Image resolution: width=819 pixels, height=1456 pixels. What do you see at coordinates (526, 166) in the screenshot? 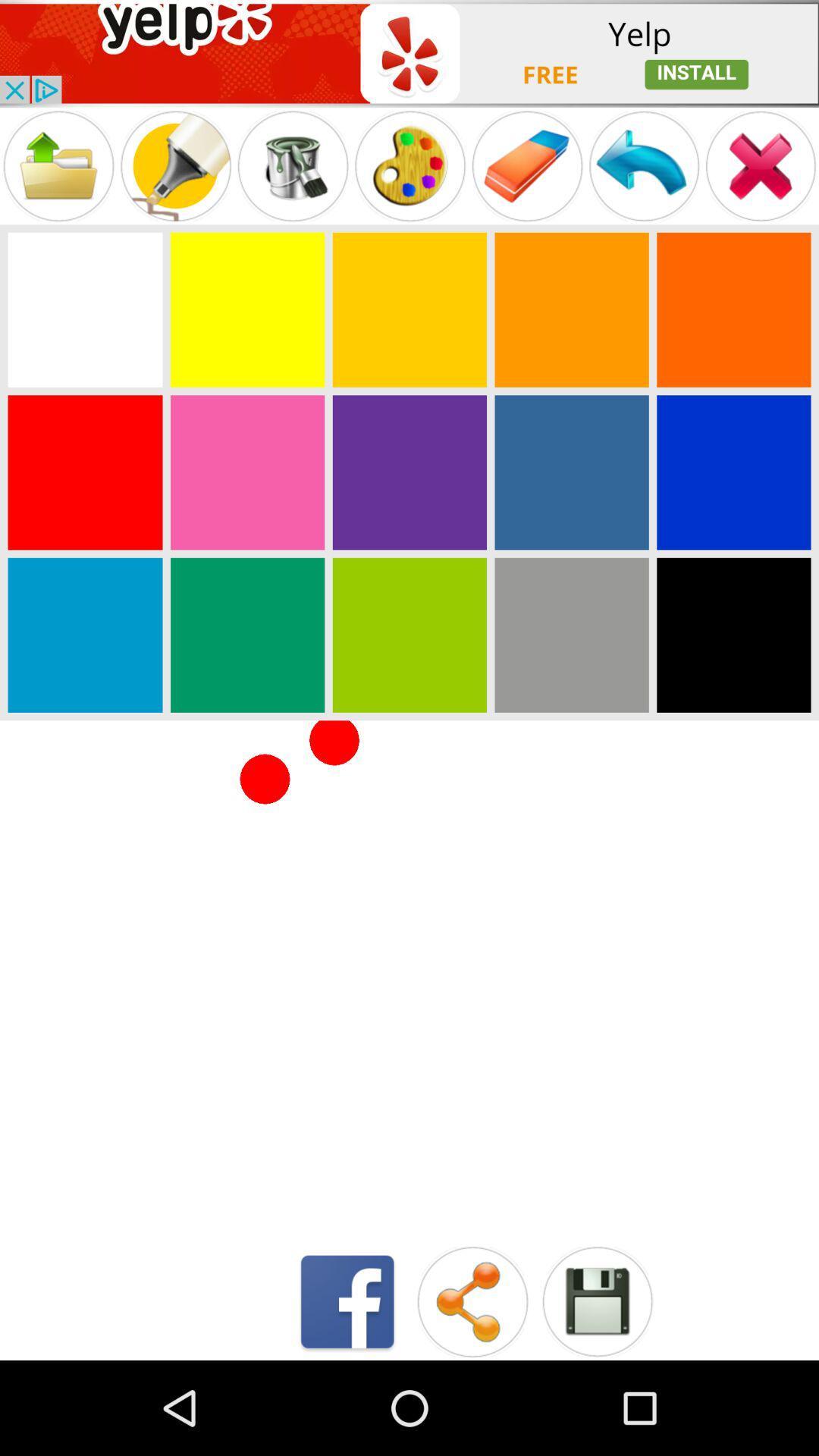
I see `use eraser` at bounding box center [526, 166].